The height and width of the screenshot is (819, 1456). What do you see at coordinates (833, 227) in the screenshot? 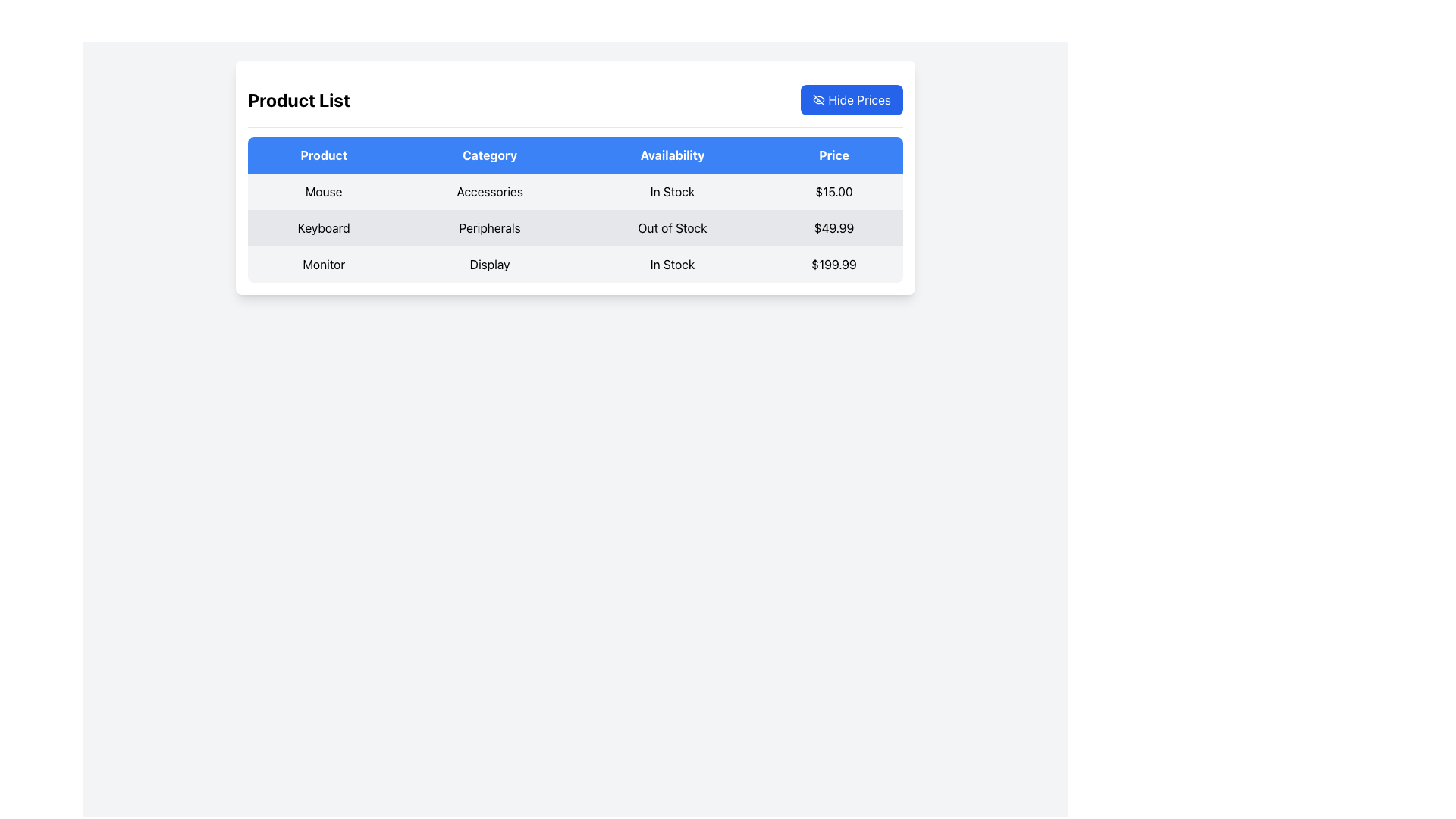
I see `displayed price value of '$49.99' located in the 'Price' column under the 'Keyboard' row, which is the last element in that row` at bounding box center [833, 227].